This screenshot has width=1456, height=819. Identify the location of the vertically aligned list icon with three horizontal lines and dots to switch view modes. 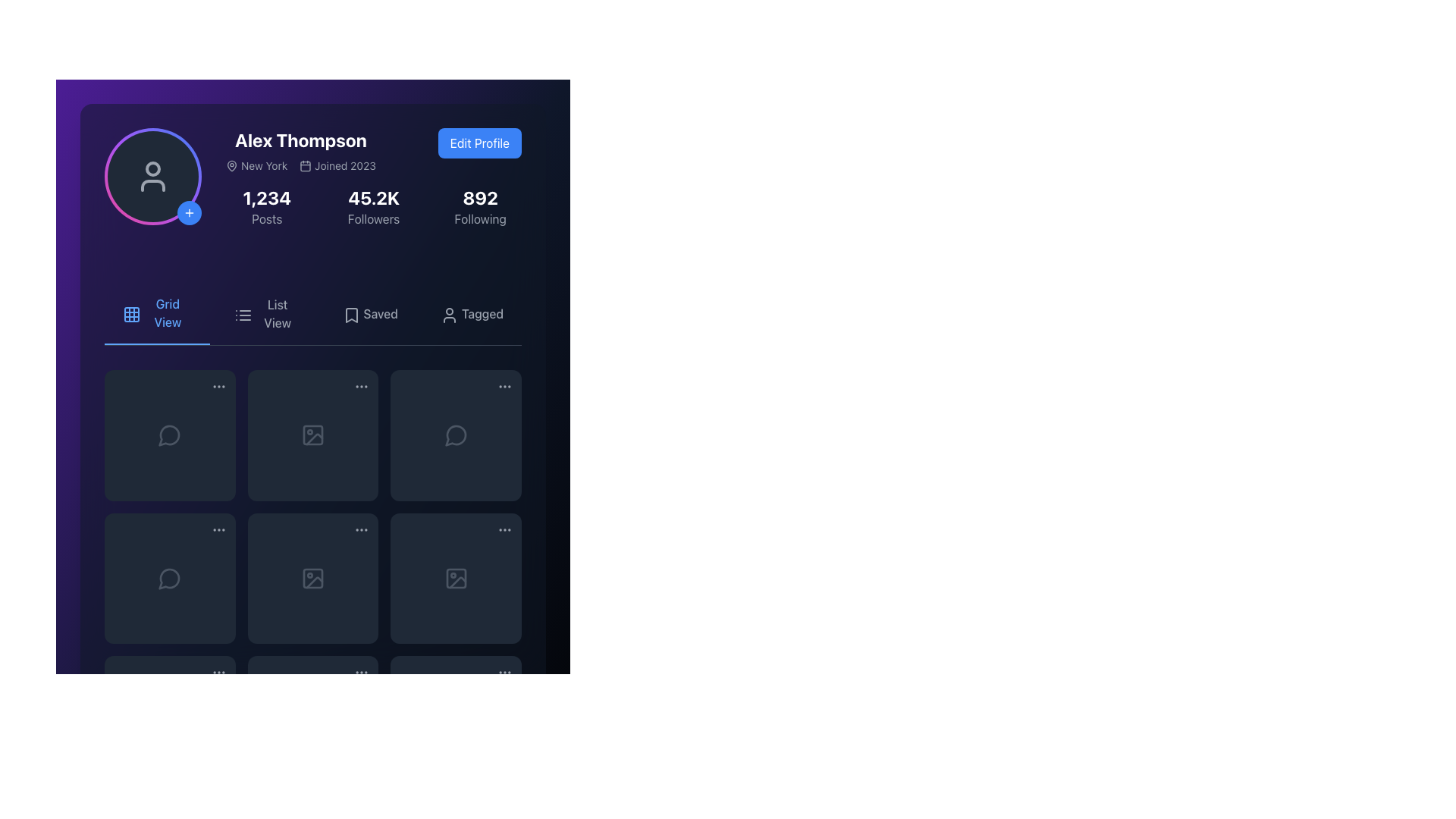
(243, 315).